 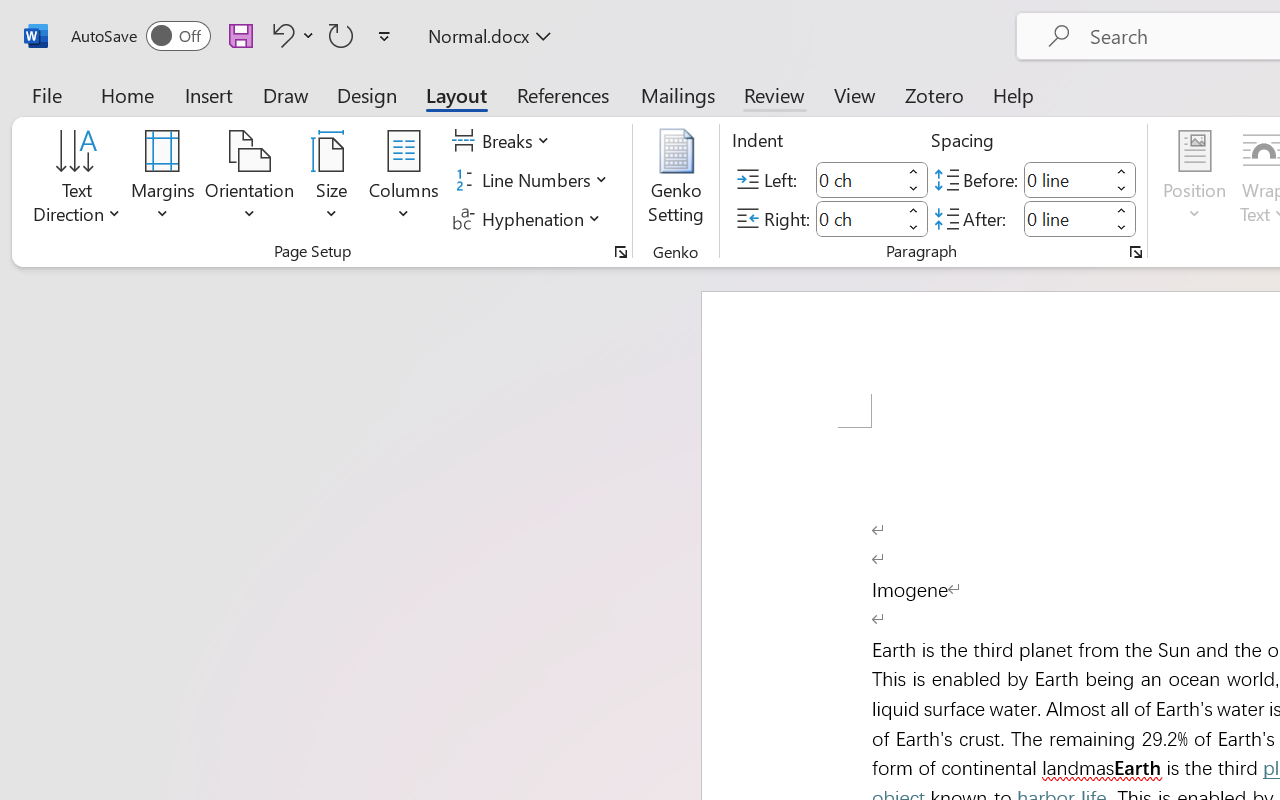 I want to click on 'Undo Paste Destination Formatting', so click(x=289, y=34).